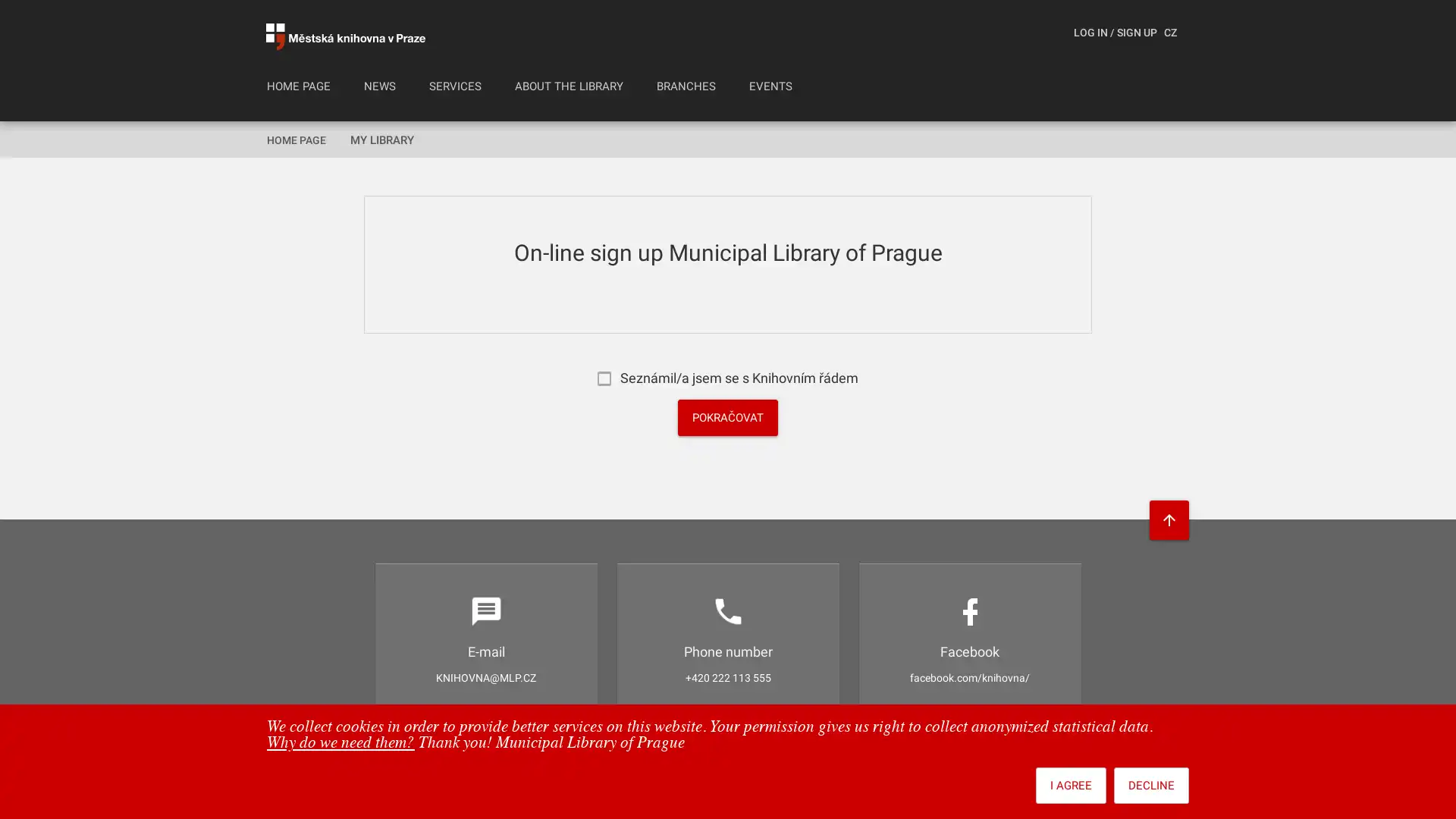 The image size is (1456, 819). What do you see at coordinates (728, 418) in the screenshot?
I see `POKRACOVAT` at bounding box center [728, 418].